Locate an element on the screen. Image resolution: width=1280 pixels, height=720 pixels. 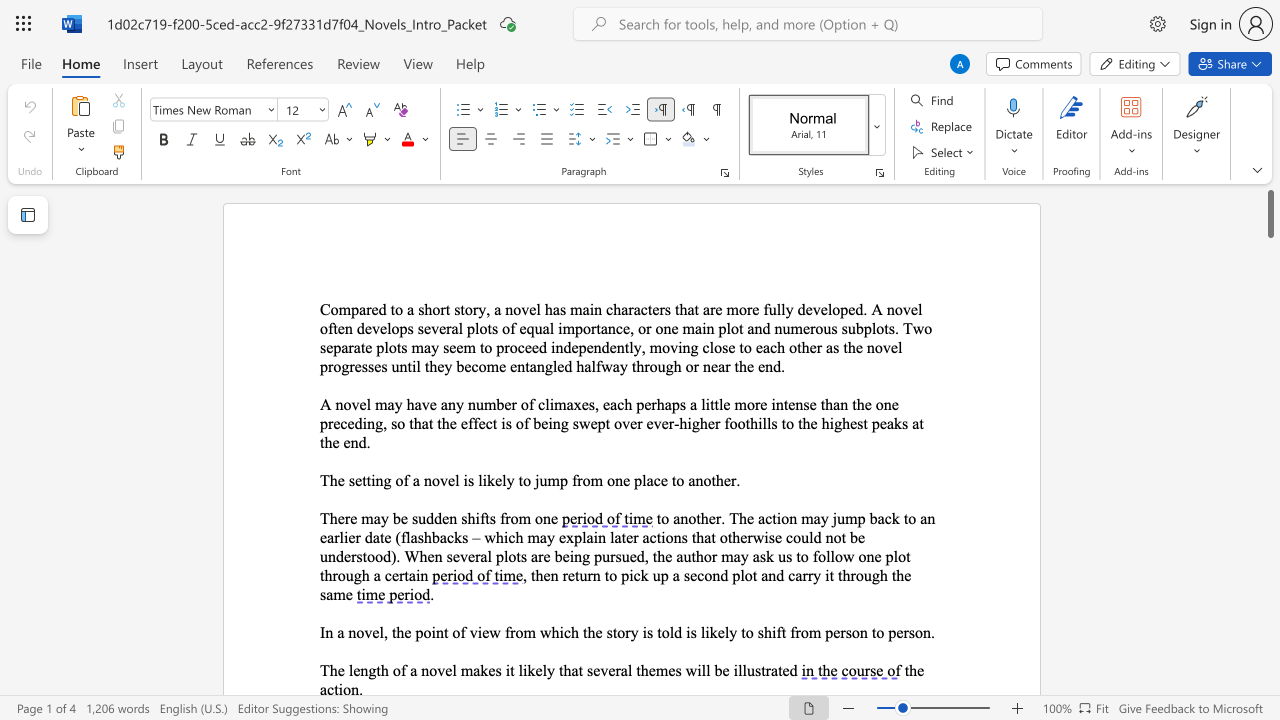
the 1th character "n" in the text is located at coordinates (684, 517).